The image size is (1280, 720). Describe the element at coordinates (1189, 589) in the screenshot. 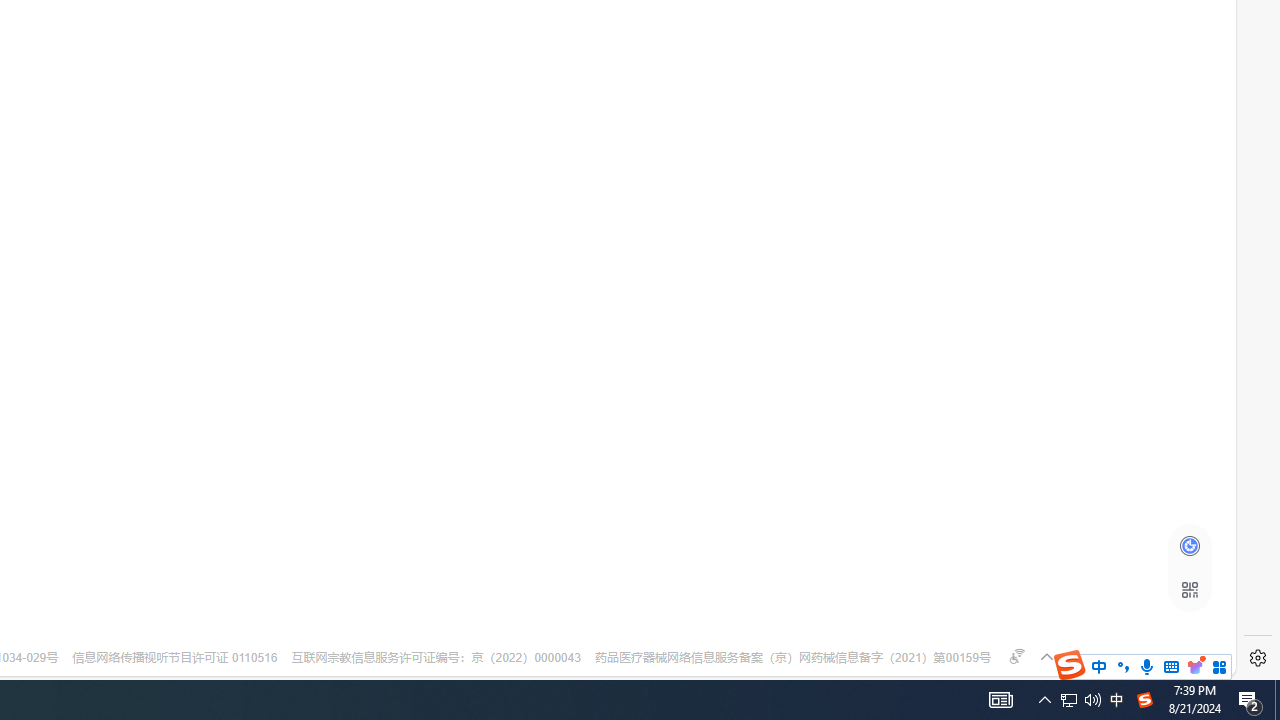

I see `'Class: icon'` at that location.